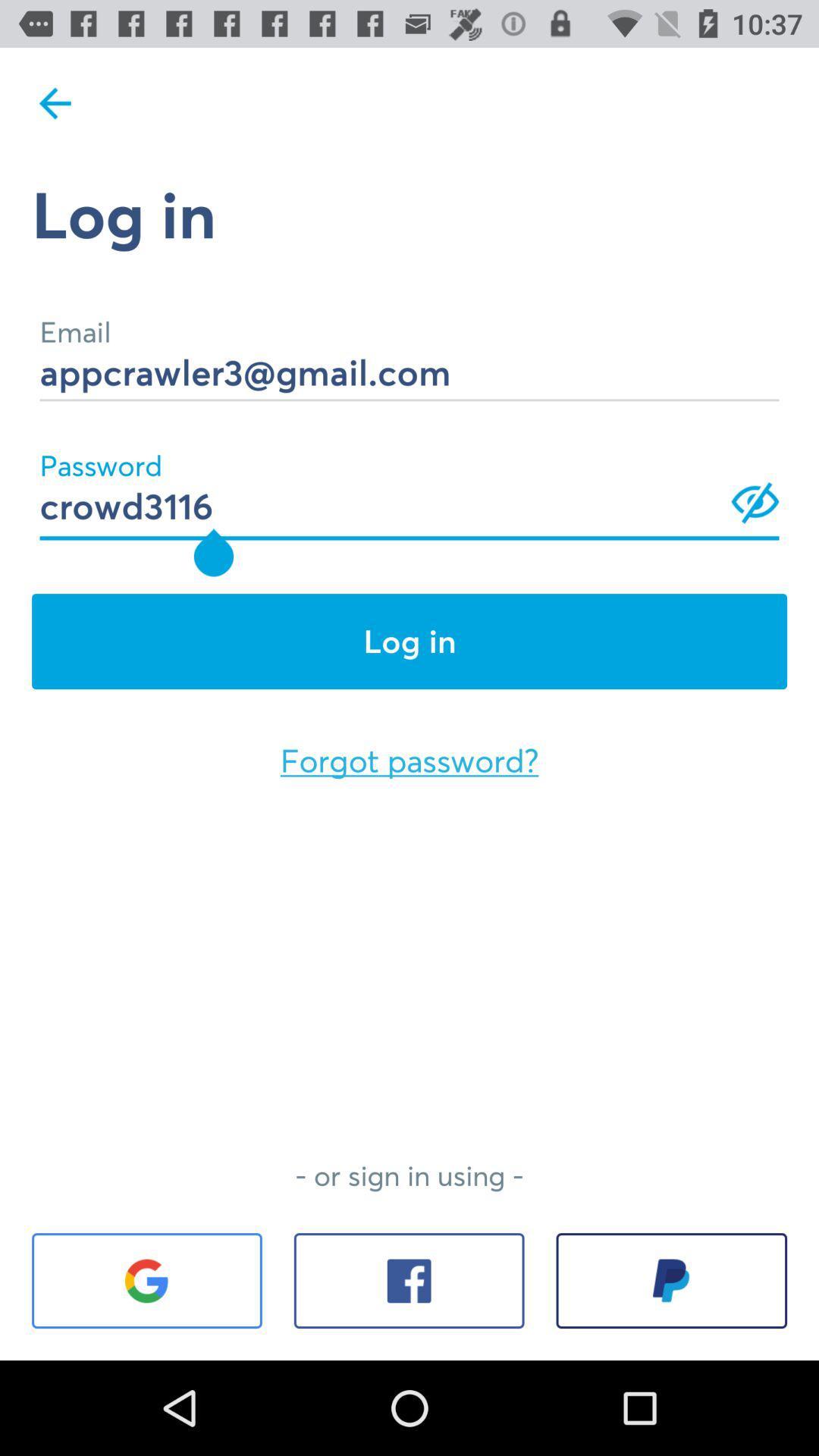 The width and height of the screenshot is (819, 1456). What do you see at coordinates (409, 350) in the screenshot?
I see `appcrawler3@gmail.com` at bounding box center [409, 350].